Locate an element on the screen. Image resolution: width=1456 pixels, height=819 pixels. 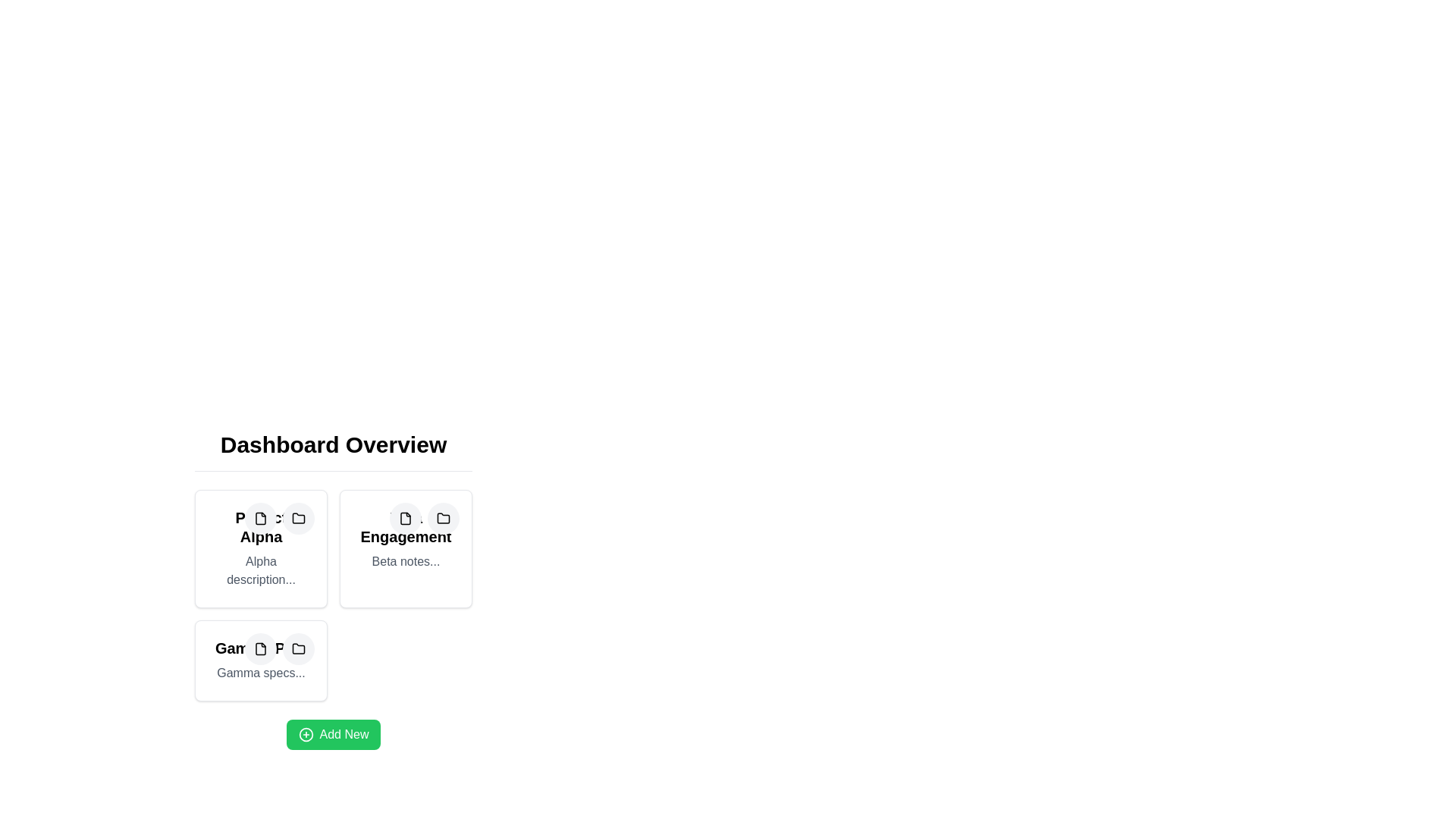
the text label reading 'Alpha description...' styled with gray text, located below the title 'Project Alpha' within its white card is located at coordinates (261, 570).